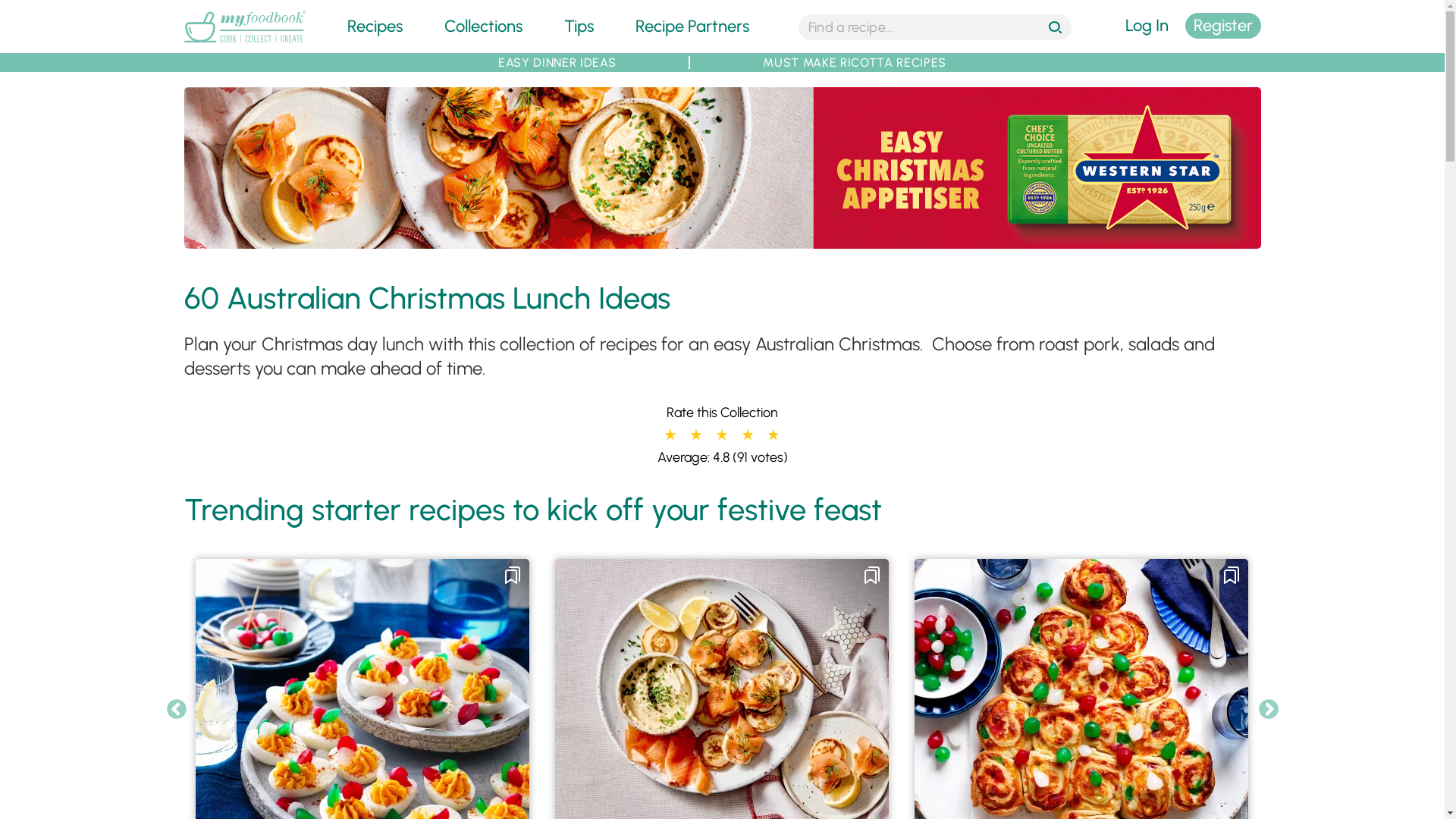 The width and height of the screenshot is (1456, 819). Describe the element at coordinates (691, 26) in the screenshot. I see `'Recipe Partners'` at that location.